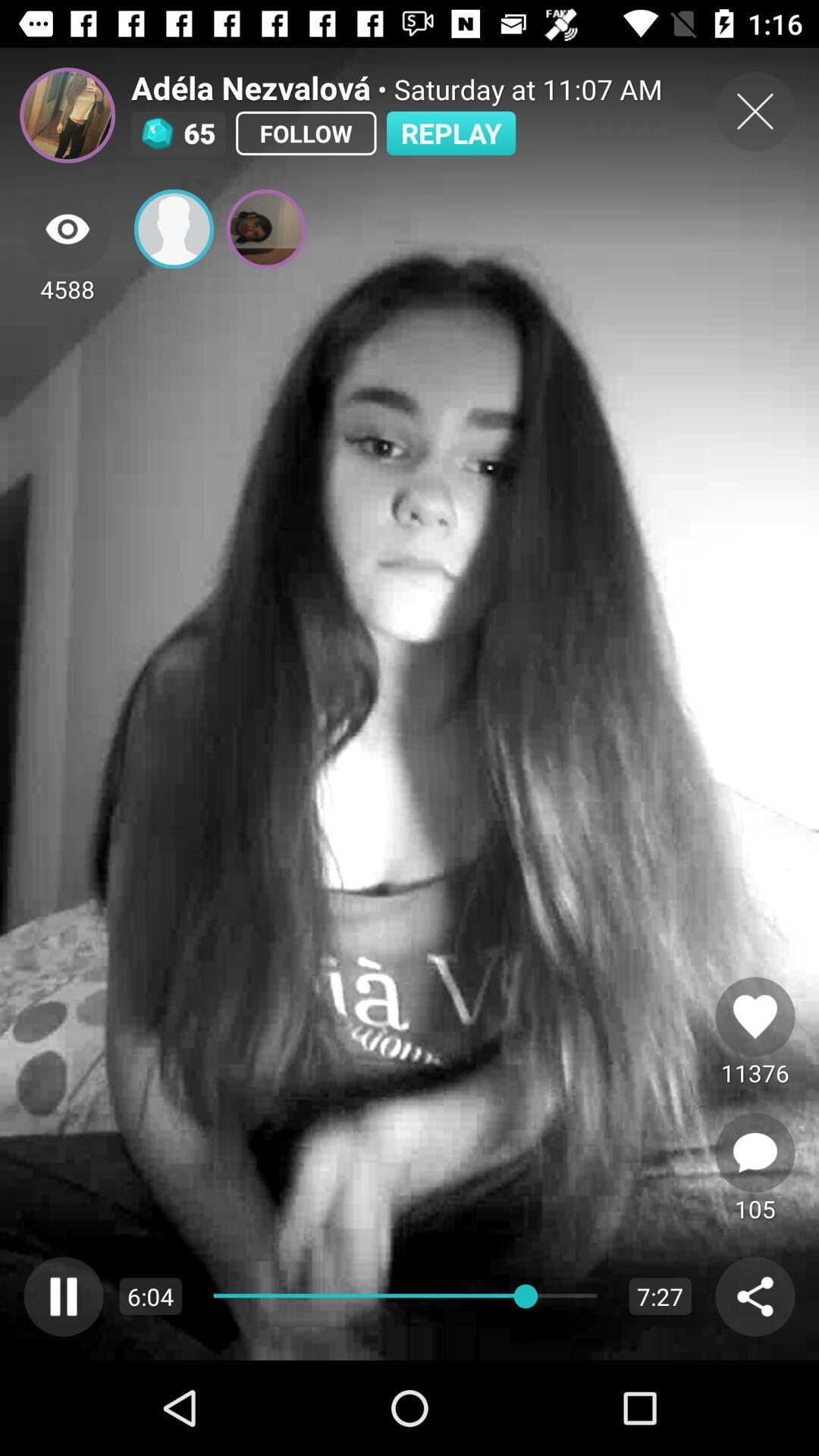 The height and width of the screenshot is (1456, 819). What do you see at coordinates (67, 228) in the screenshot?
I see `the visibility icon` at bounding box center [67, 228].